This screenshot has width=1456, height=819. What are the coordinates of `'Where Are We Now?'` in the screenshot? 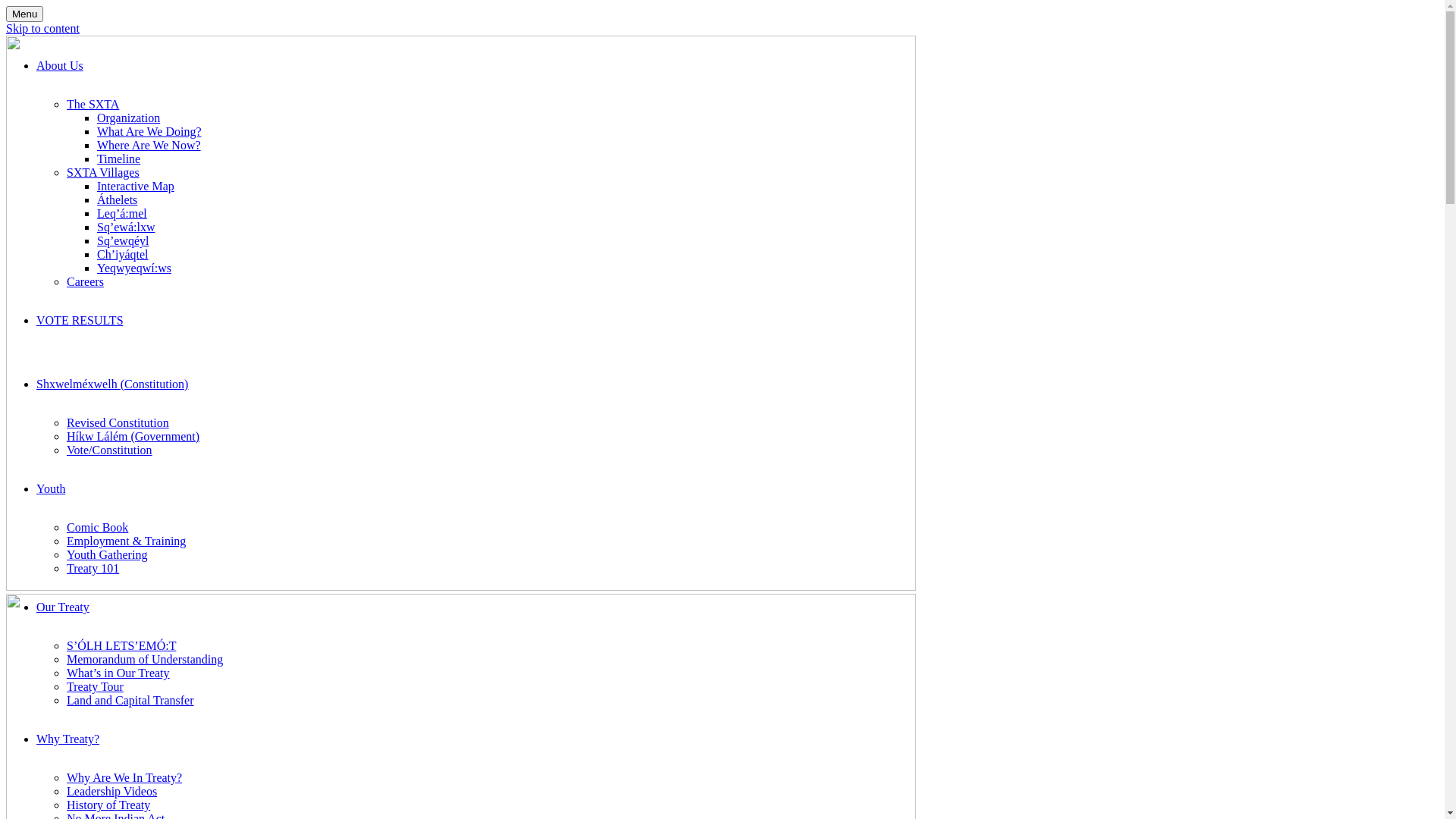 It's located at (149, 145).